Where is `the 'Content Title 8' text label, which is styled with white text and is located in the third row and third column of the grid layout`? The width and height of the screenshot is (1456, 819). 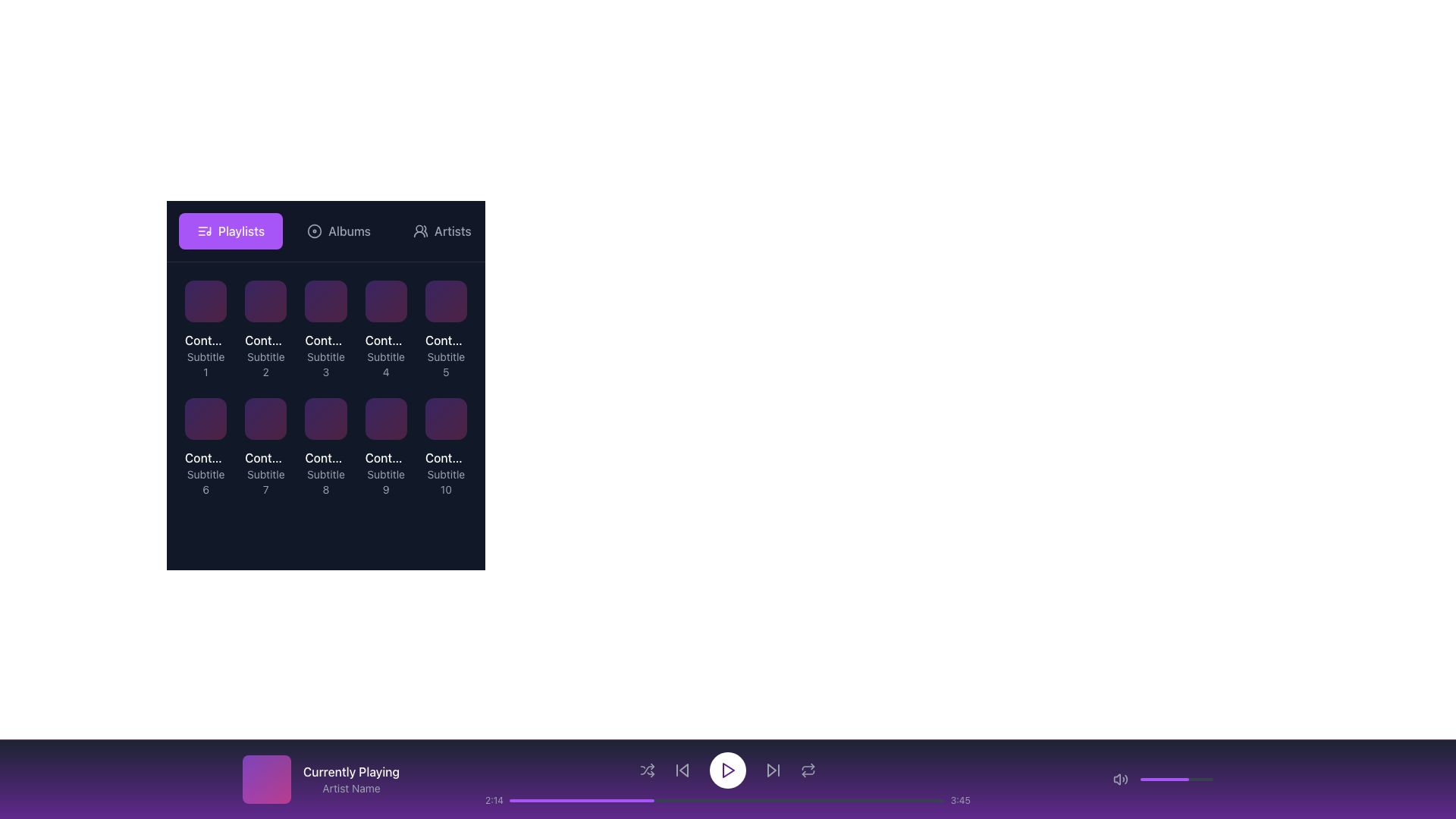 the 'Content Title 8' text label, which is styled with white text and is located in the third row and third column of the grid layout is located at coordinates (325, 457).